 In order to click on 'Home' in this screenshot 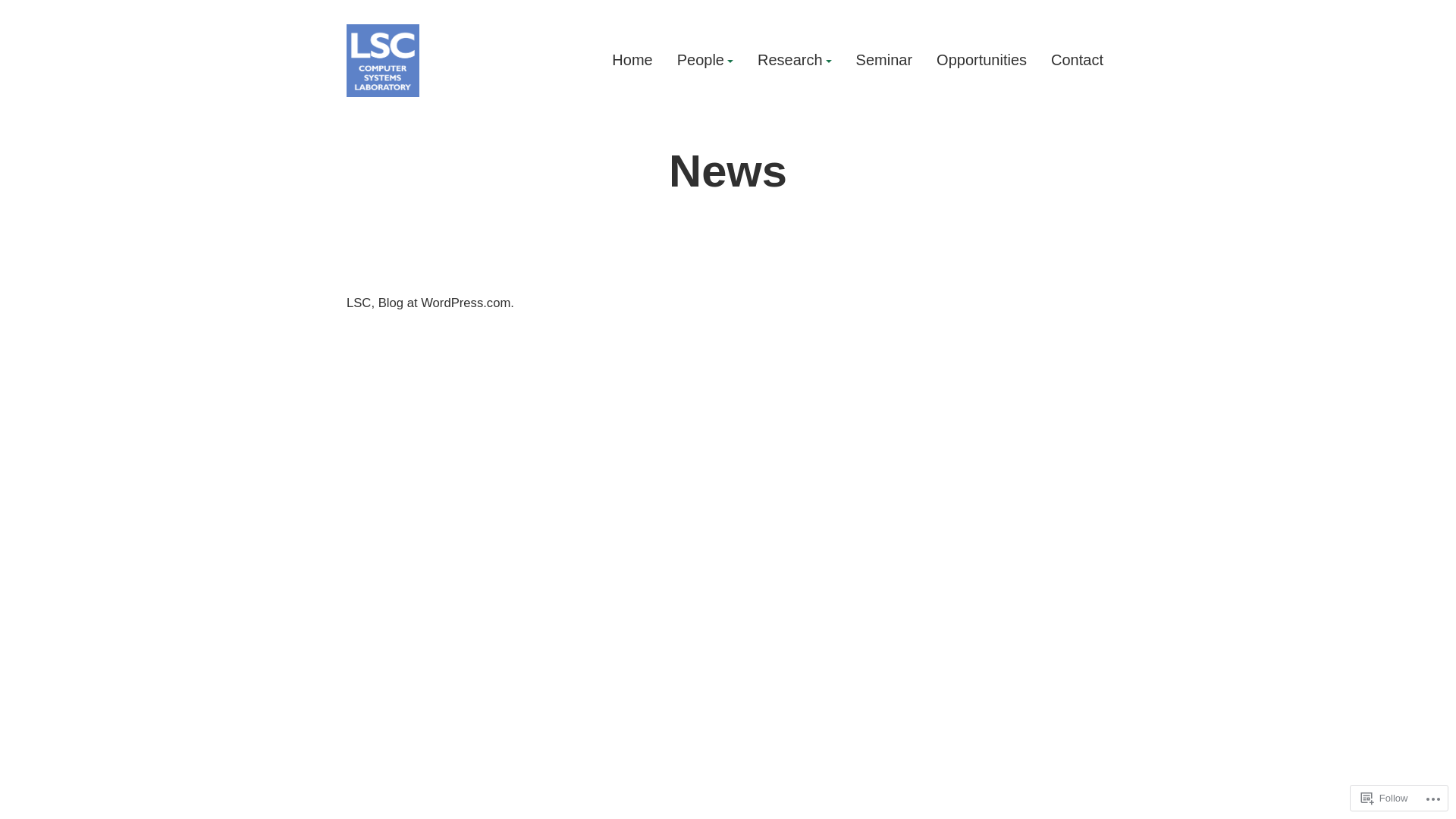, I will do `click(632, 60)`.